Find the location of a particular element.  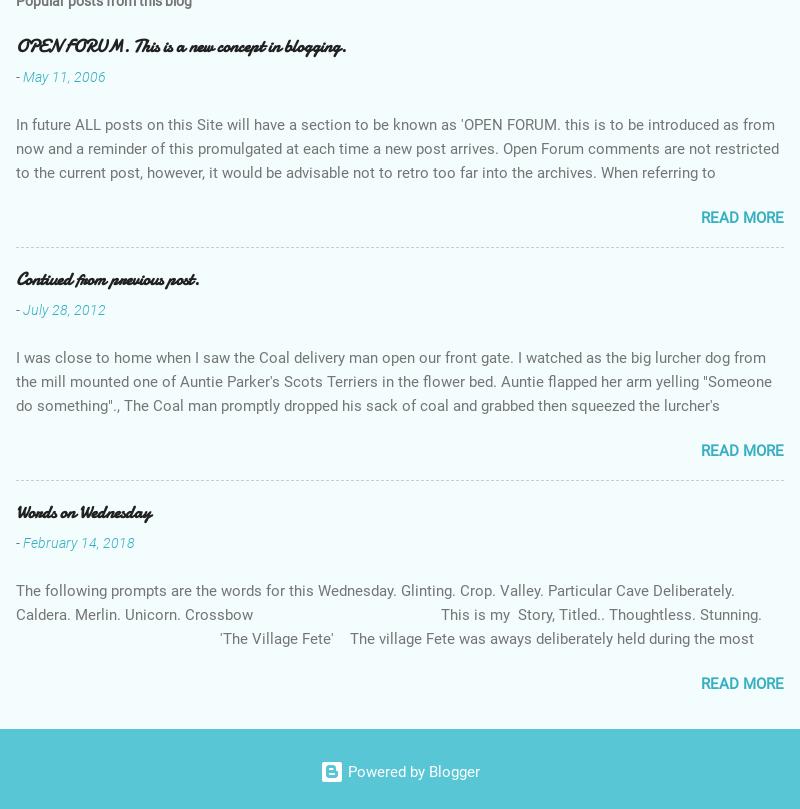

'Contiued from previous post.' is located at coordinates (106, 278).